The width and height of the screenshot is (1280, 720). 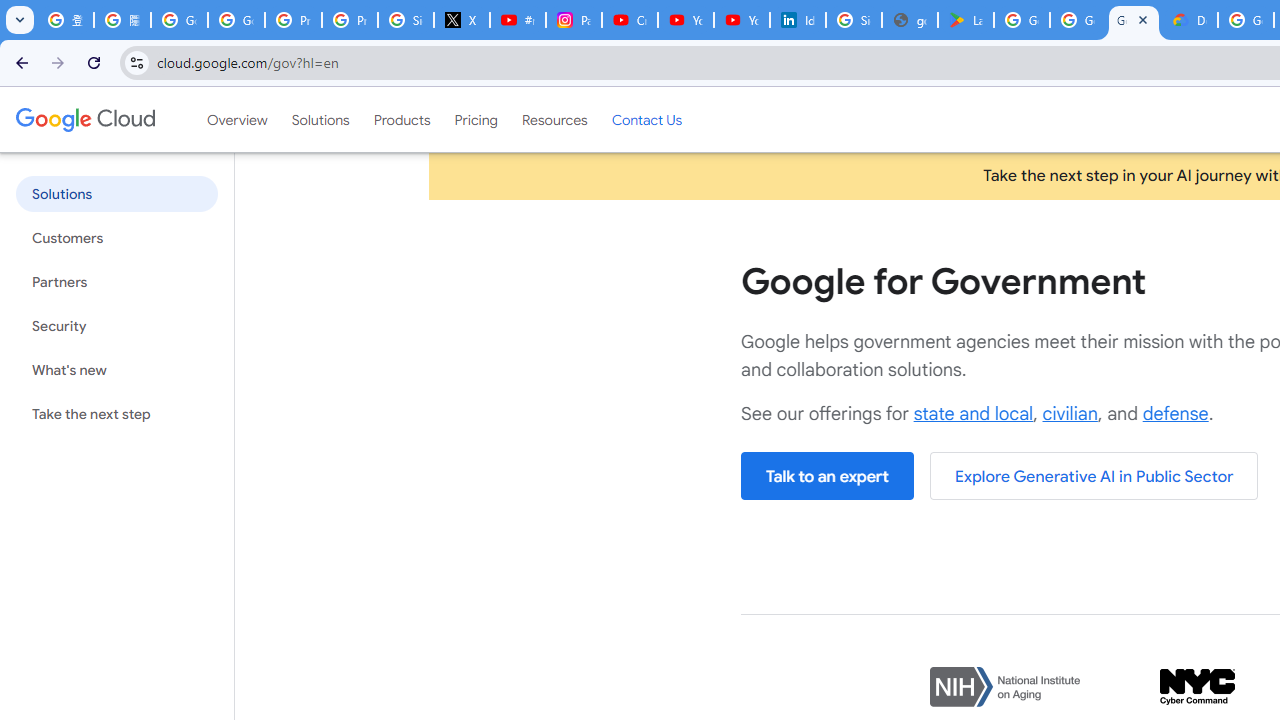 What do you see at coordinates (1069, 412) in the screenshot?
I see `'civilian'` at bounding box center [1069, 412].